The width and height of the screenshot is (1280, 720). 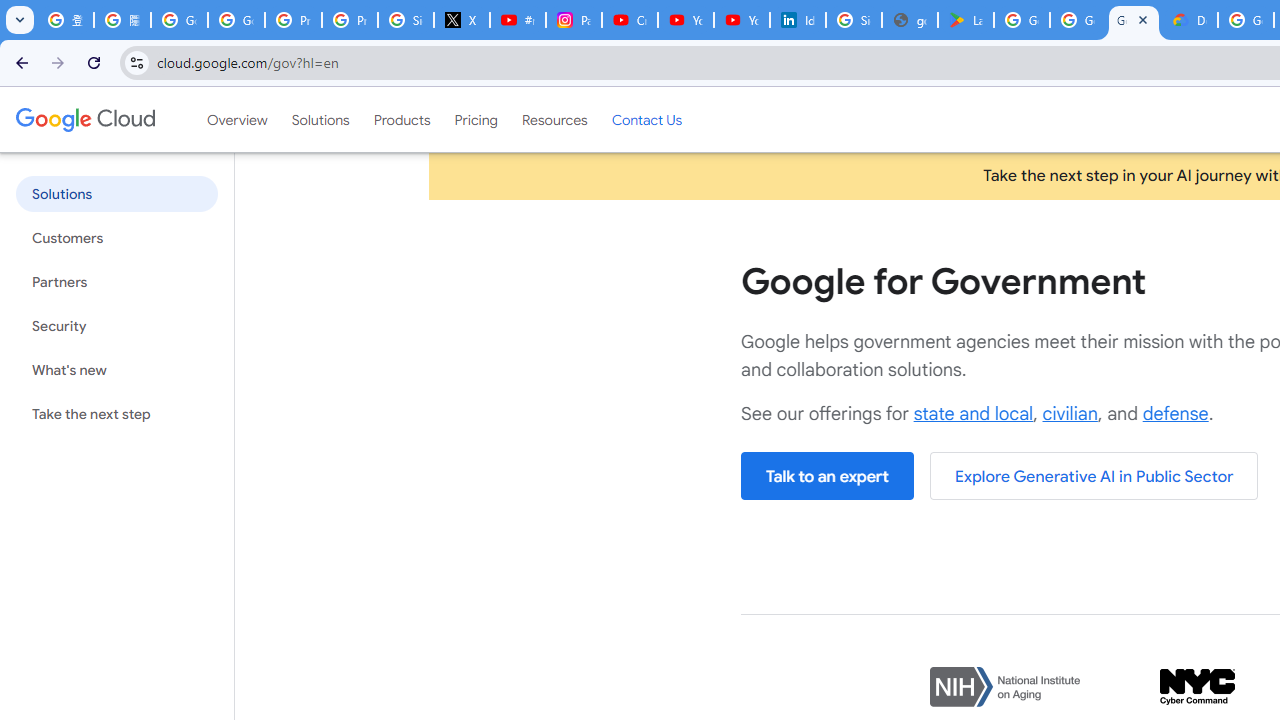 What do you see at coordinates (1069, 412) in the screenshot?
I see `'civilian'` at bounding box center [1069, 412].